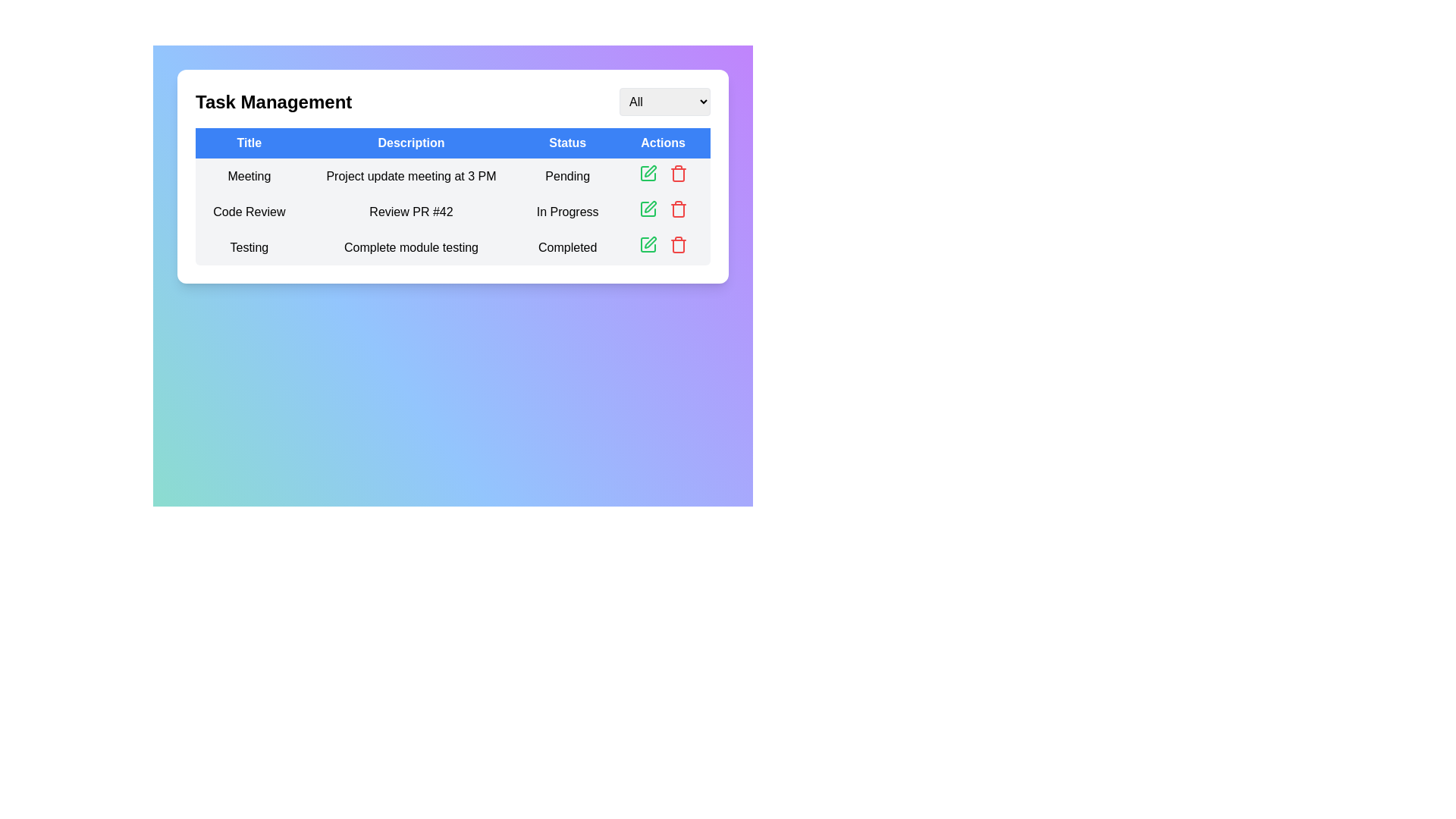  What do you see at coordinates (452, 246) in the screenshot?
I see `the third row of the tabular interface that contains the text 'Testing', 'Complete module testing', and 'Completed'` at bounding box center [452, 246].